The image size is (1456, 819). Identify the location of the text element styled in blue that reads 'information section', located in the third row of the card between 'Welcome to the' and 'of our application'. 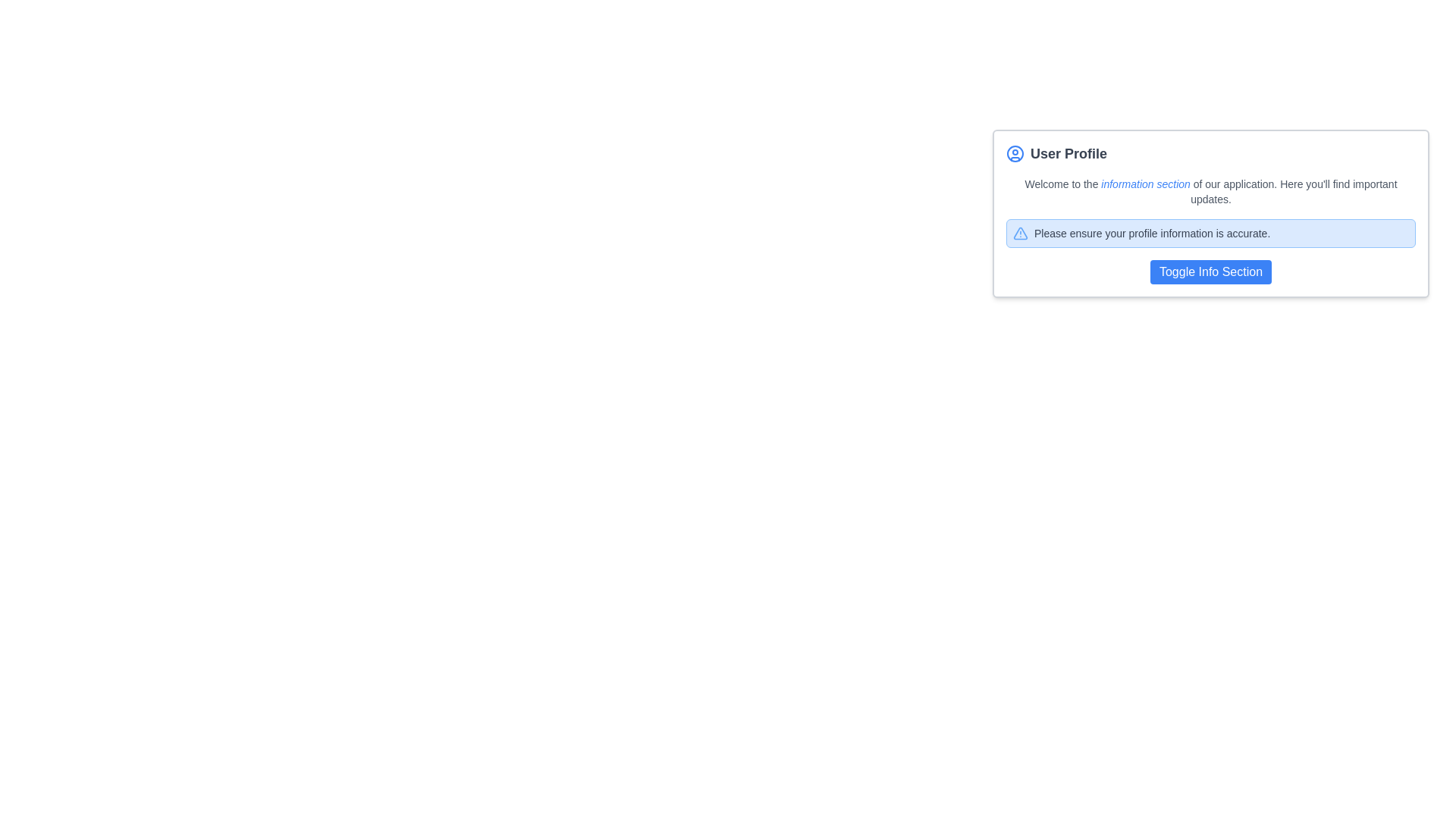
(1146, 184).